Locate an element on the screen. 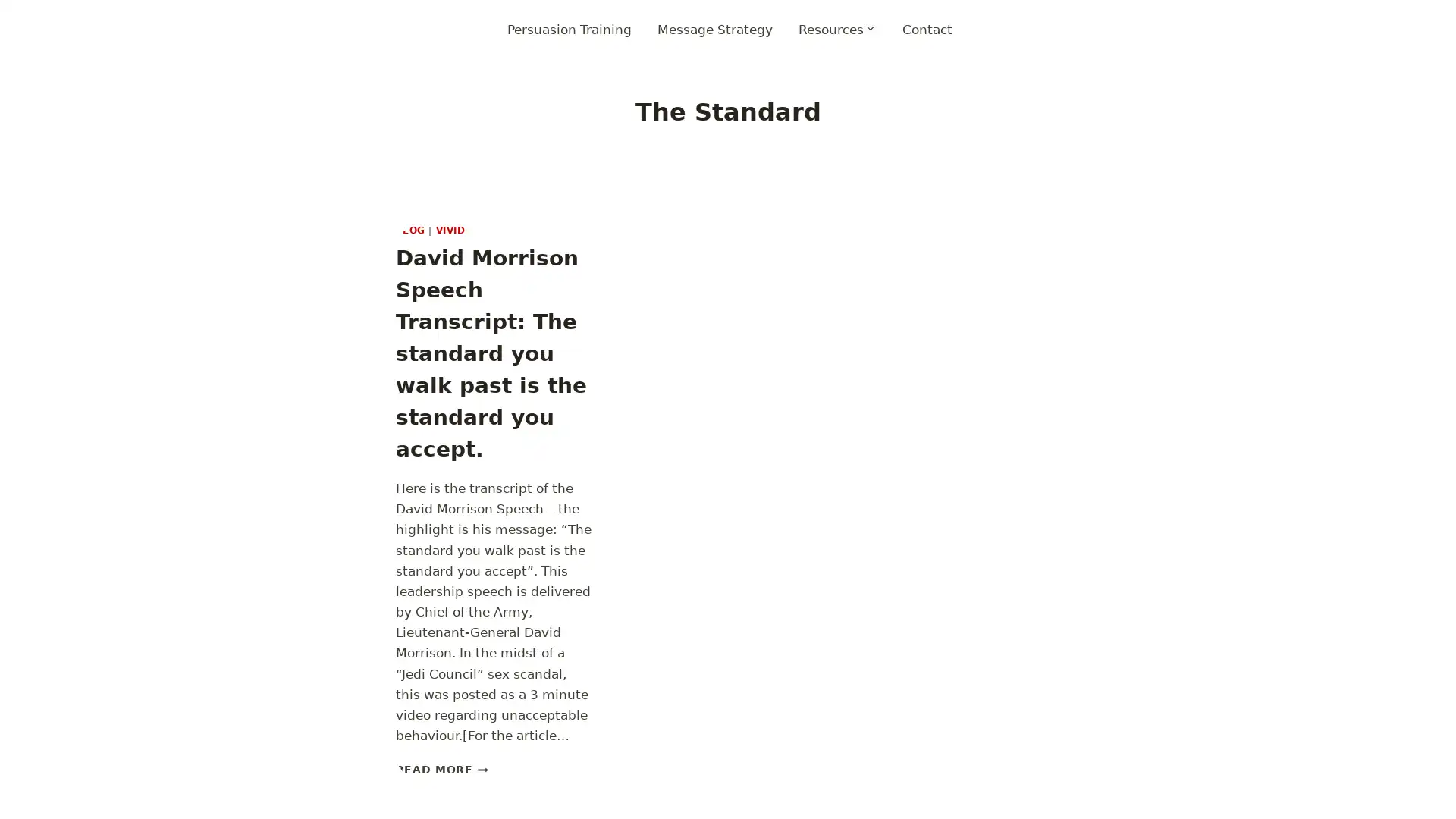 This screenshot has height=819, width=1456. Expand child menu is located at coordinates (836, 30).